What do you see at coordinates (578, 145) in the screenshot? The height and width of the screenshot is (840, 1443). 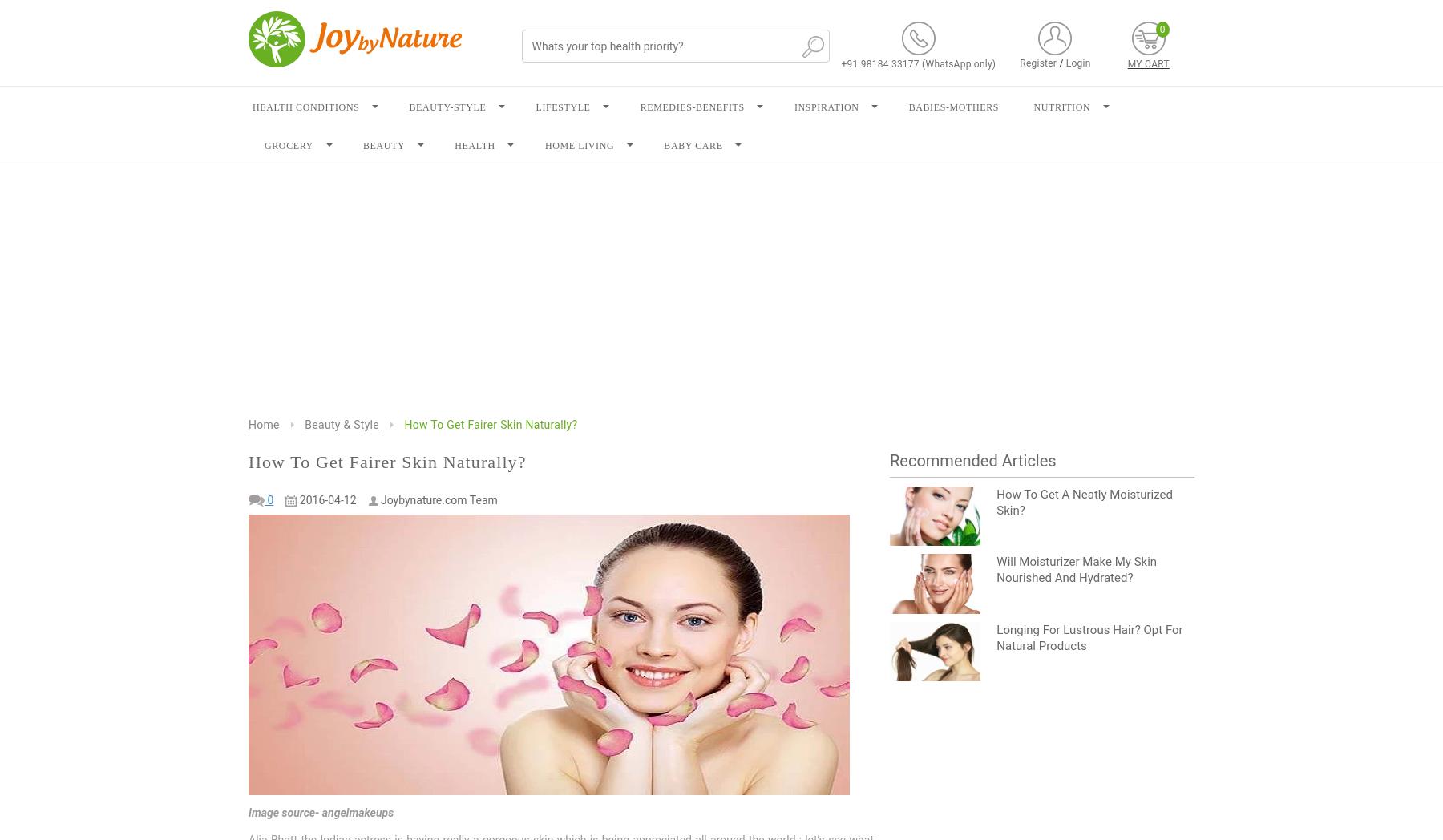 I see `'Home Living'` at bounding box center [578, 145].